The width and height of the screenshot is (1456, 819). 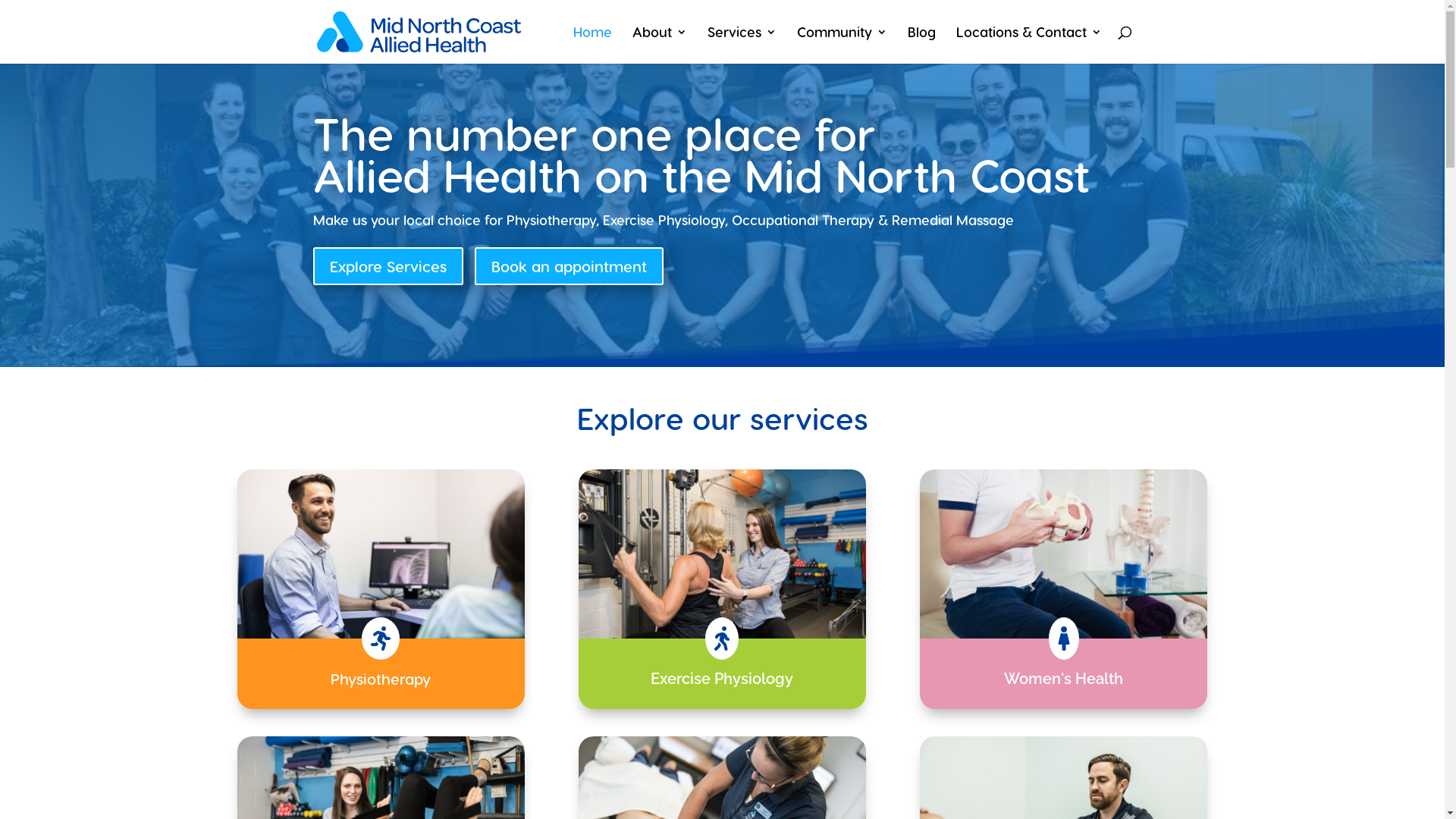 I want to click on 'Book an appointment', so click(x=473, y=265).